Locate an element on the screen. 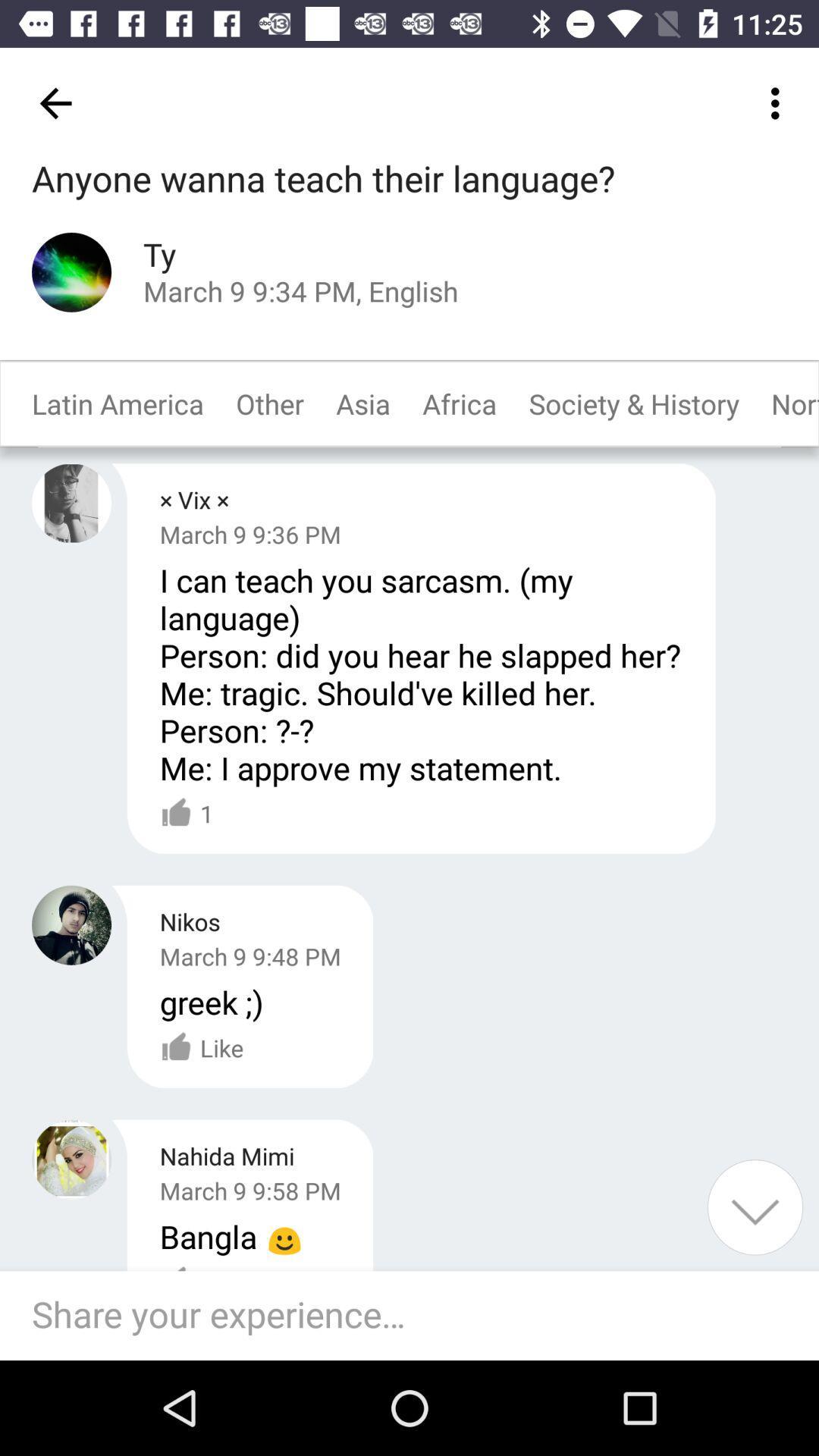  comment your experience is located at coordinates (417, 1315).